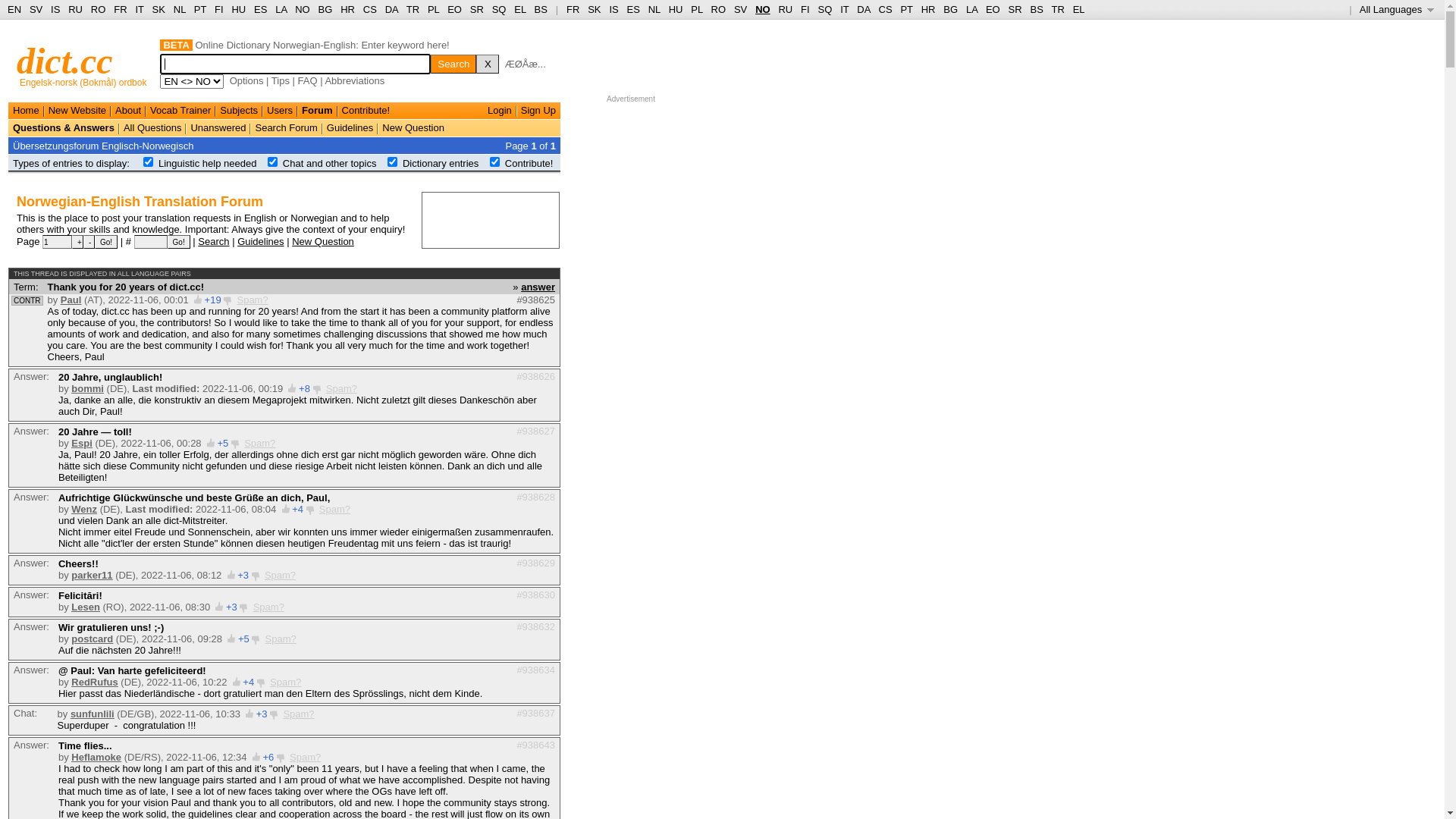 The height and width of the screenshot is (819, 1456). What do you see at coordinates (538, 109) in the screenshot?
I see `'Sign Up'` at bounding box center [538, 109].